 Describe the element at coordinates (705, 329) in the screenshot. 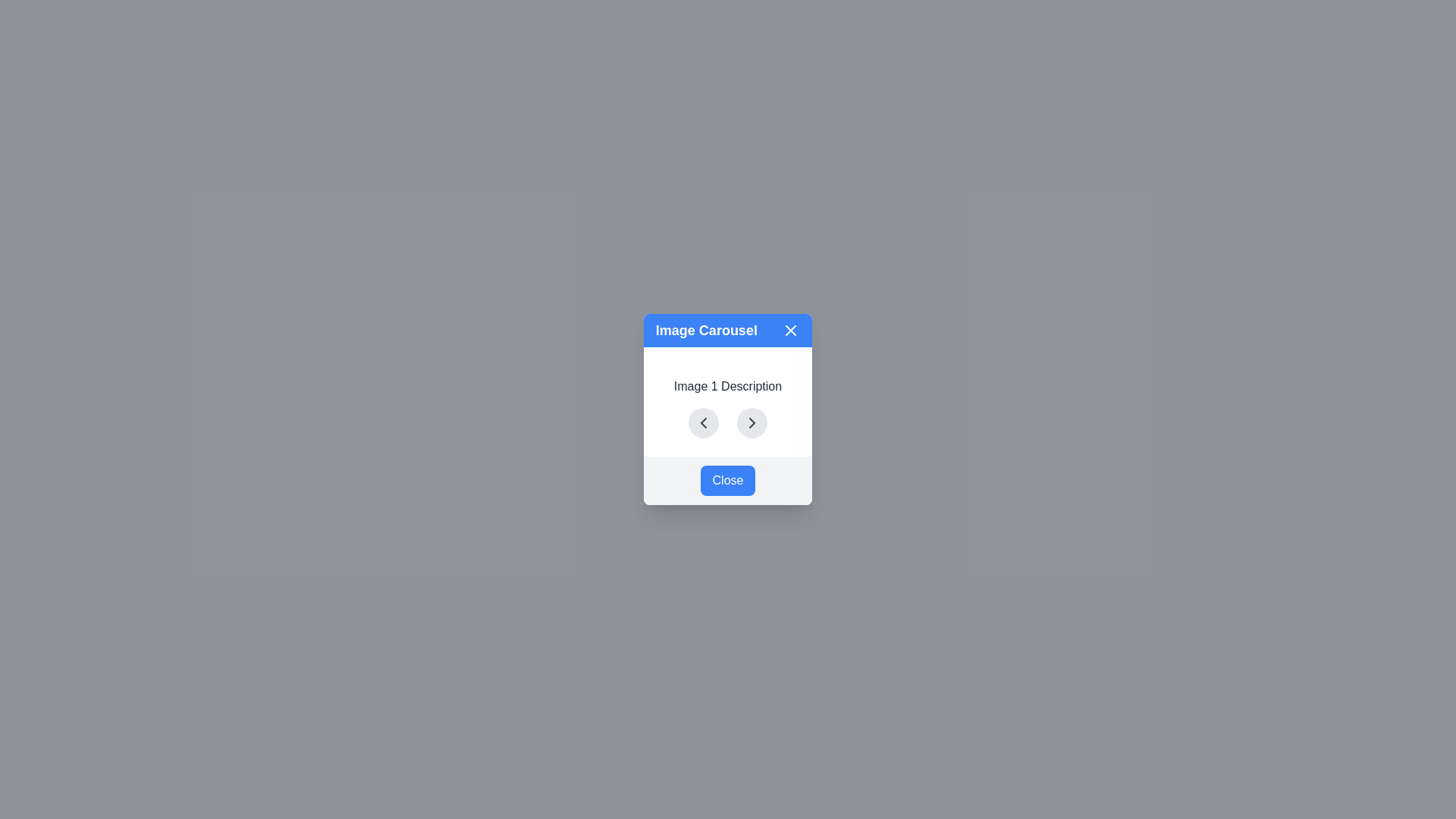

I see `the static text label serving as the title for the modal, located in the header section on the left side of the close button` at that location.